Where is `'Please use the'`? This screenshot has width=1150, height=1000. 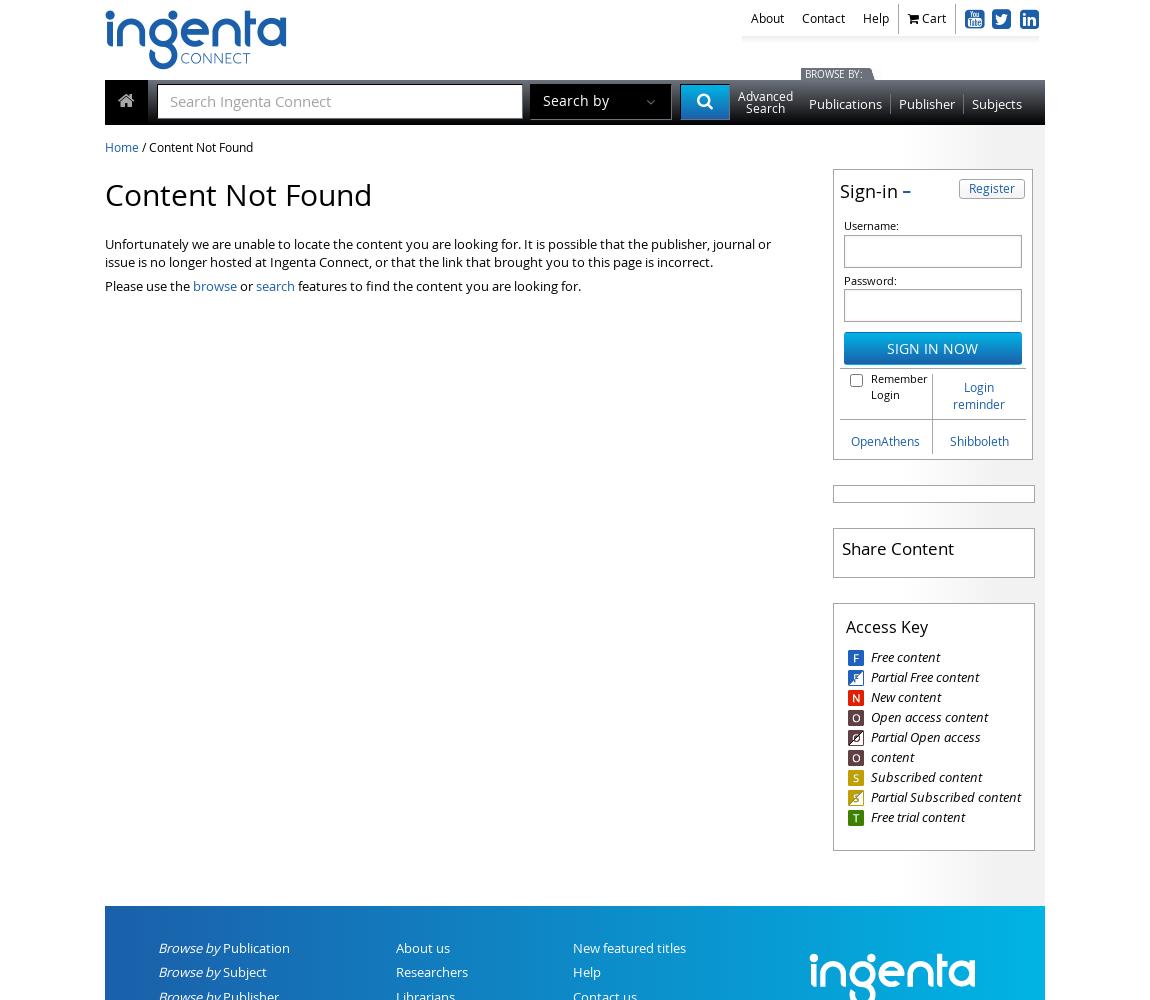 'Please use the' is located at coordinates (148, 285).